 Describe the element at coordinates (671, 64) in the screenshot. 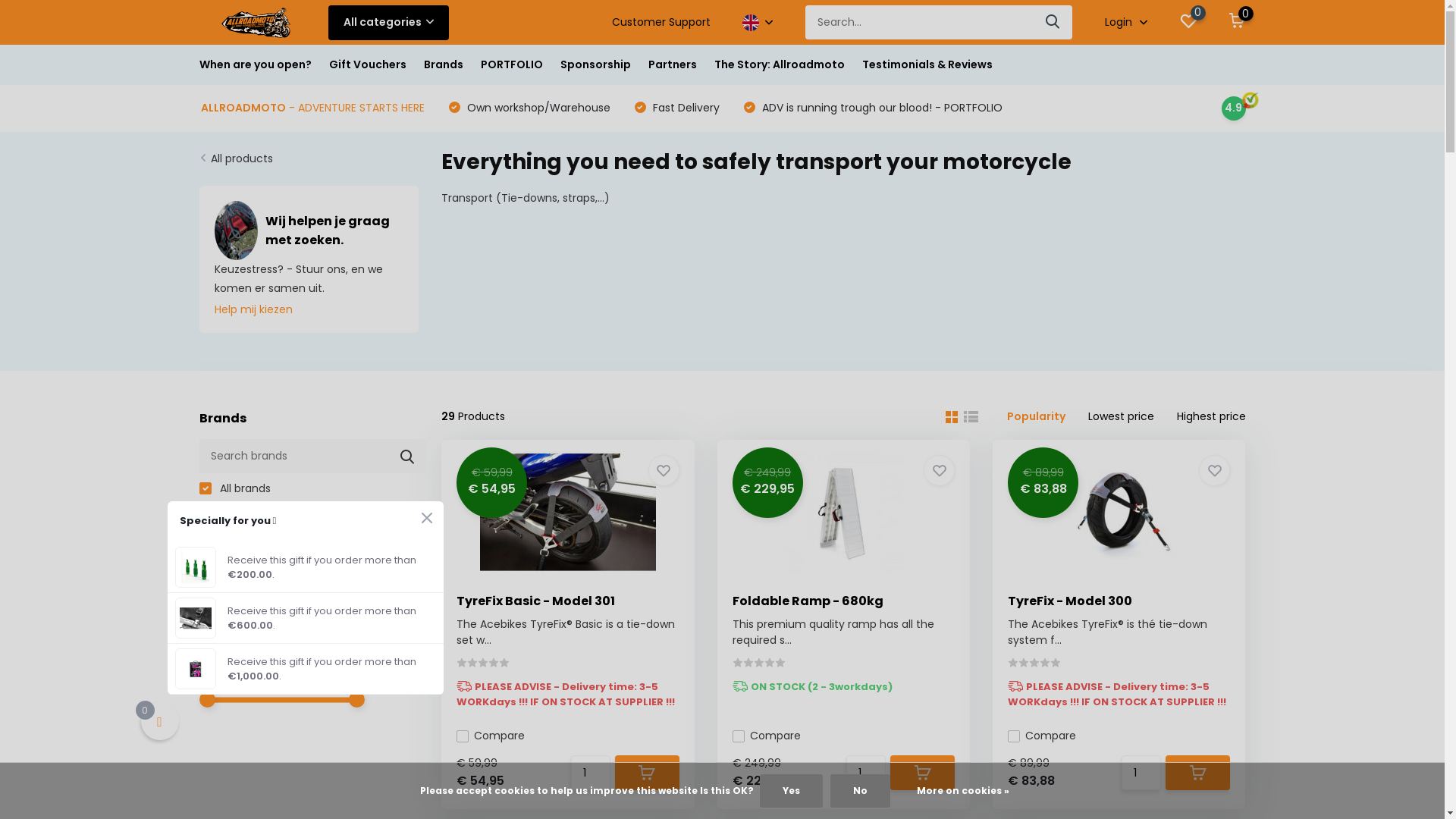

I see `'Partners'` at that location.